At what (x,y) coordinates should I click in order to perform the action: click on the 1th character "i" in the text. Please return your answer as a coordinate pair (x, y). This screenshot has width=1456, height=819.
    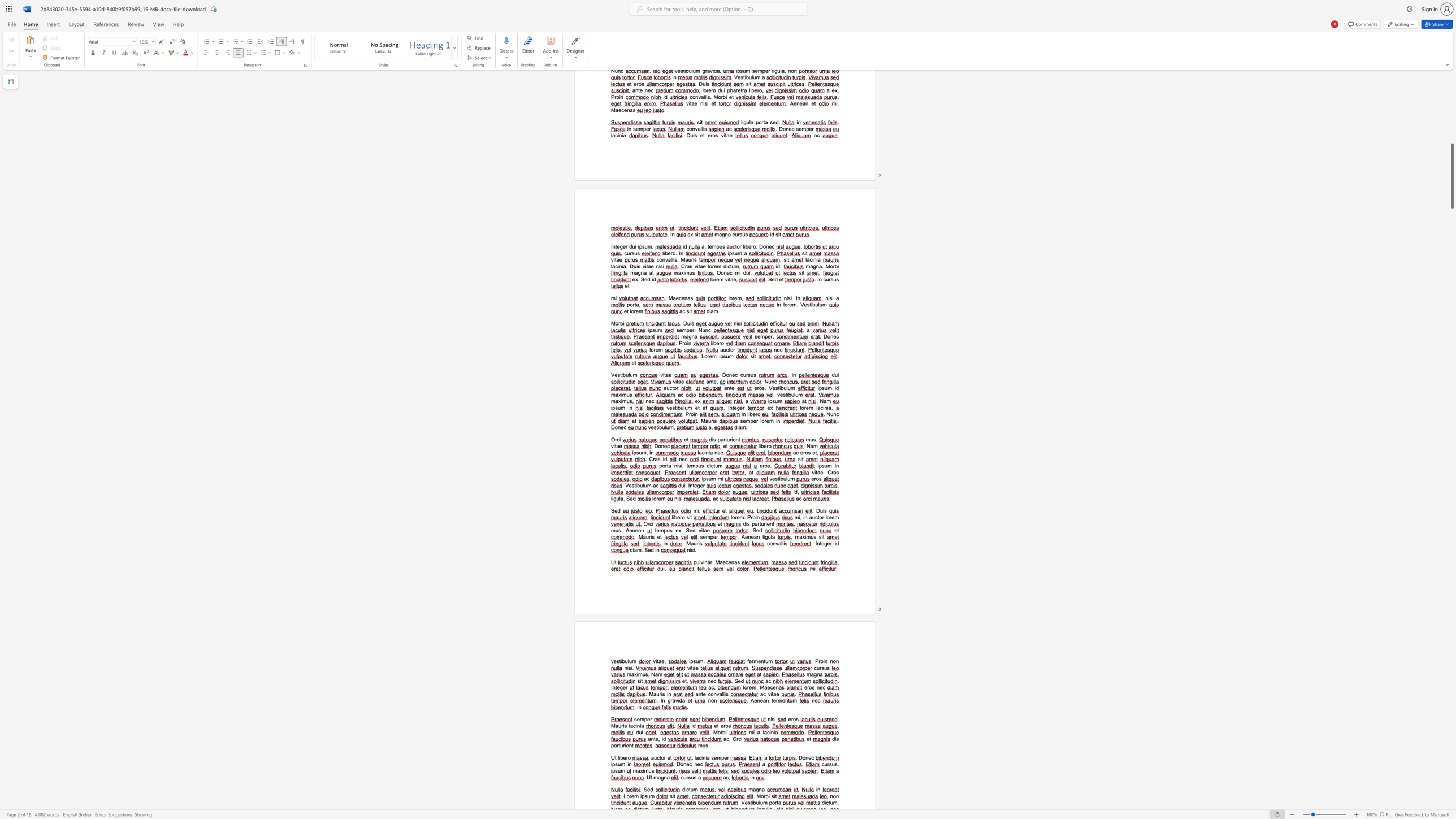
    Looking at the image, I should click on (662, 739).